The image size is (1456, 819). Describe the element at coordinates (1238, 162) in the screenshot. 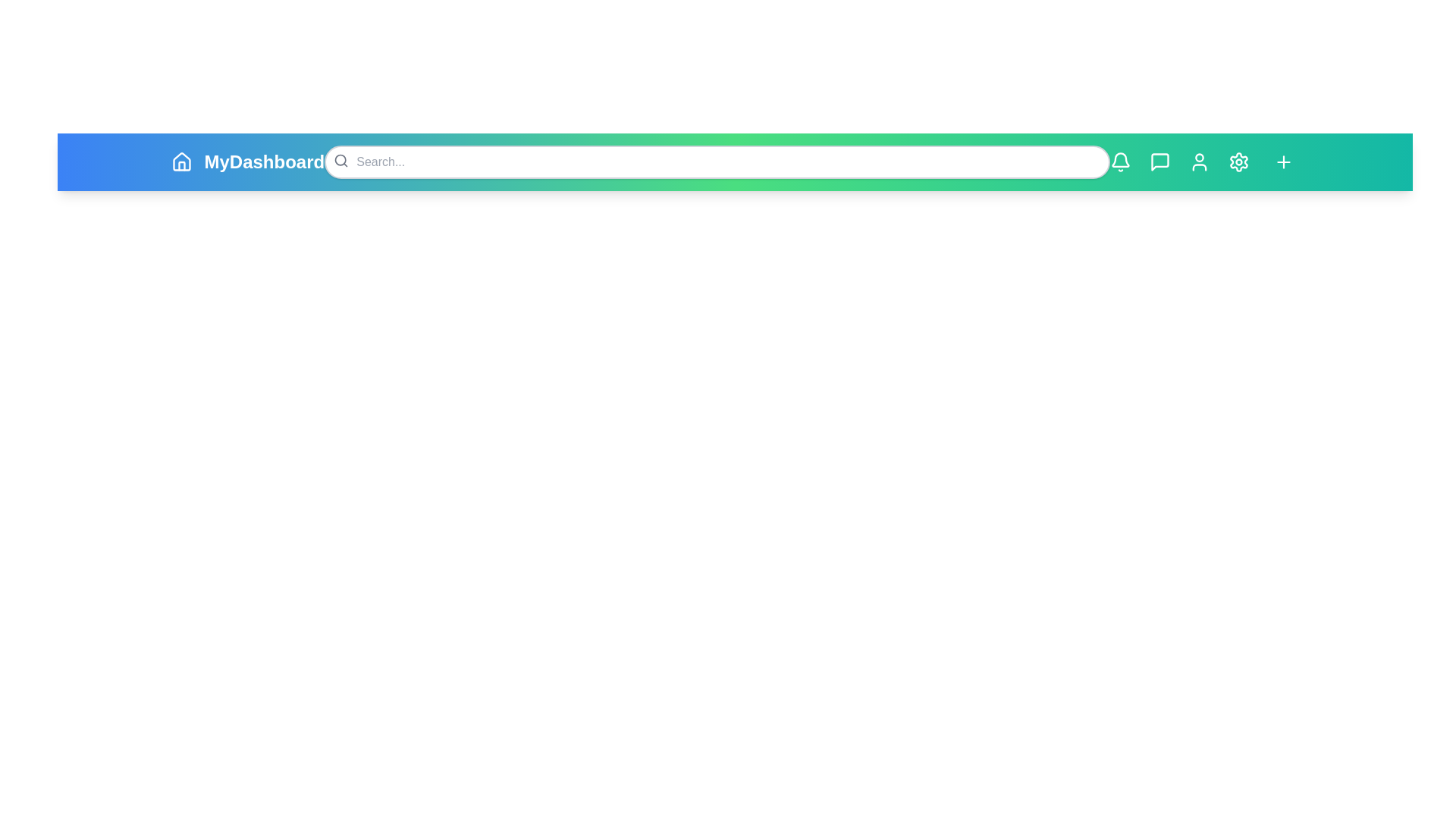

I see `the icon with Settings to view its hover effect` at that location.